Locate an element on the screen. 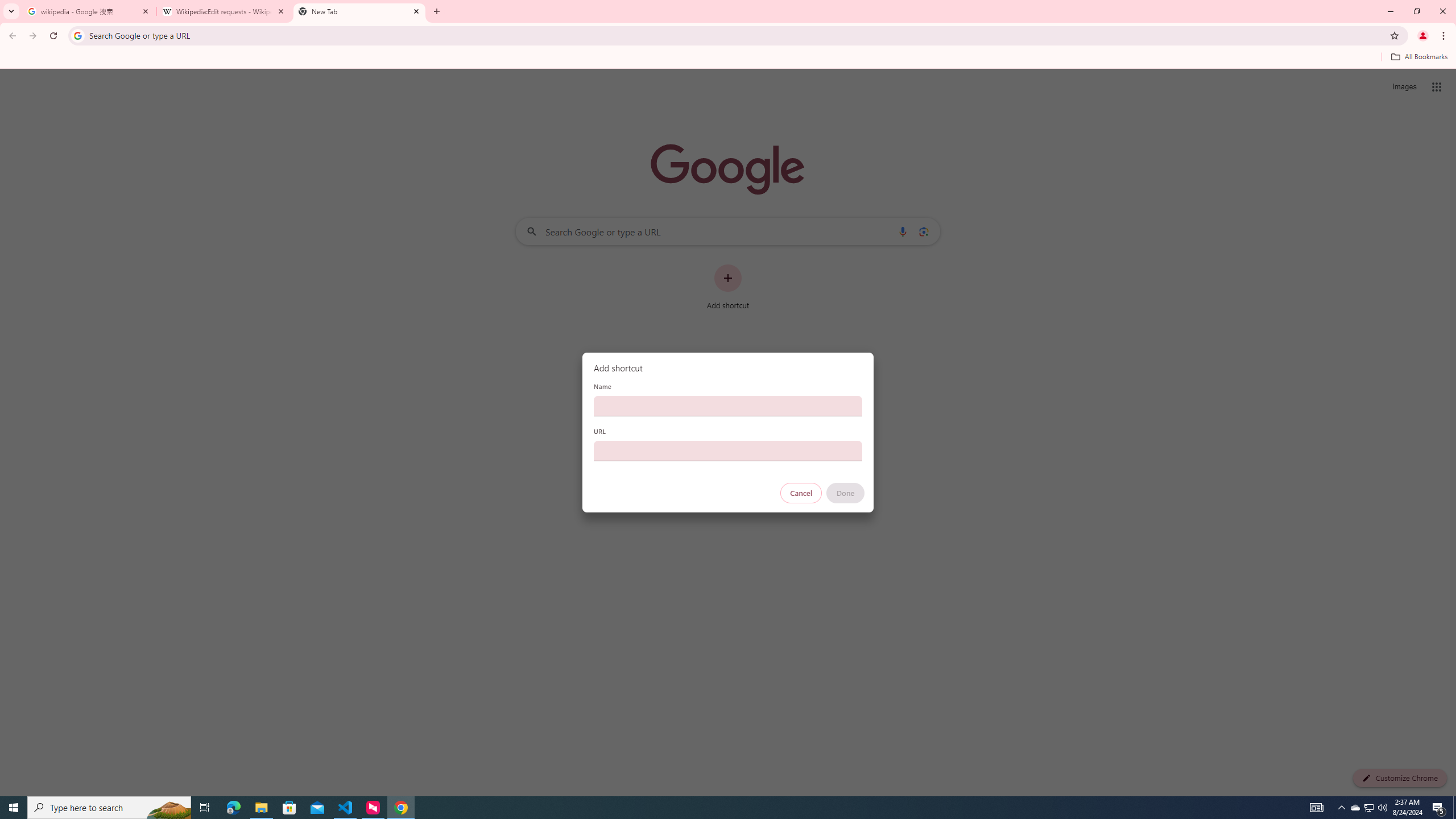 The height and width of the screenshot is (819, 1456). 'Back' is located at coordinates (11, 35).